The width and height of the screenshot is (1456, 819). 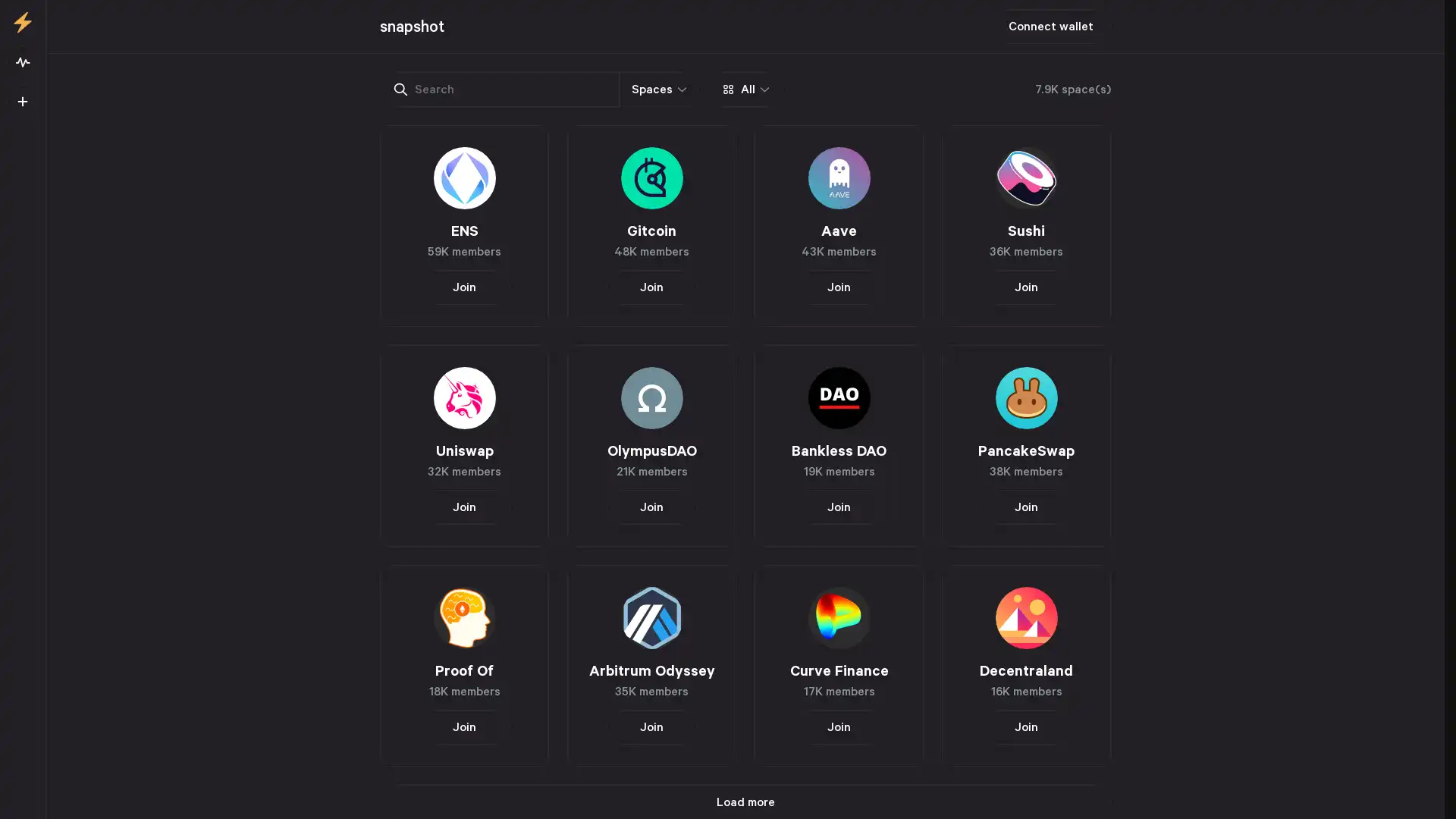 I want to click on Join, so click(x=463, y=507).